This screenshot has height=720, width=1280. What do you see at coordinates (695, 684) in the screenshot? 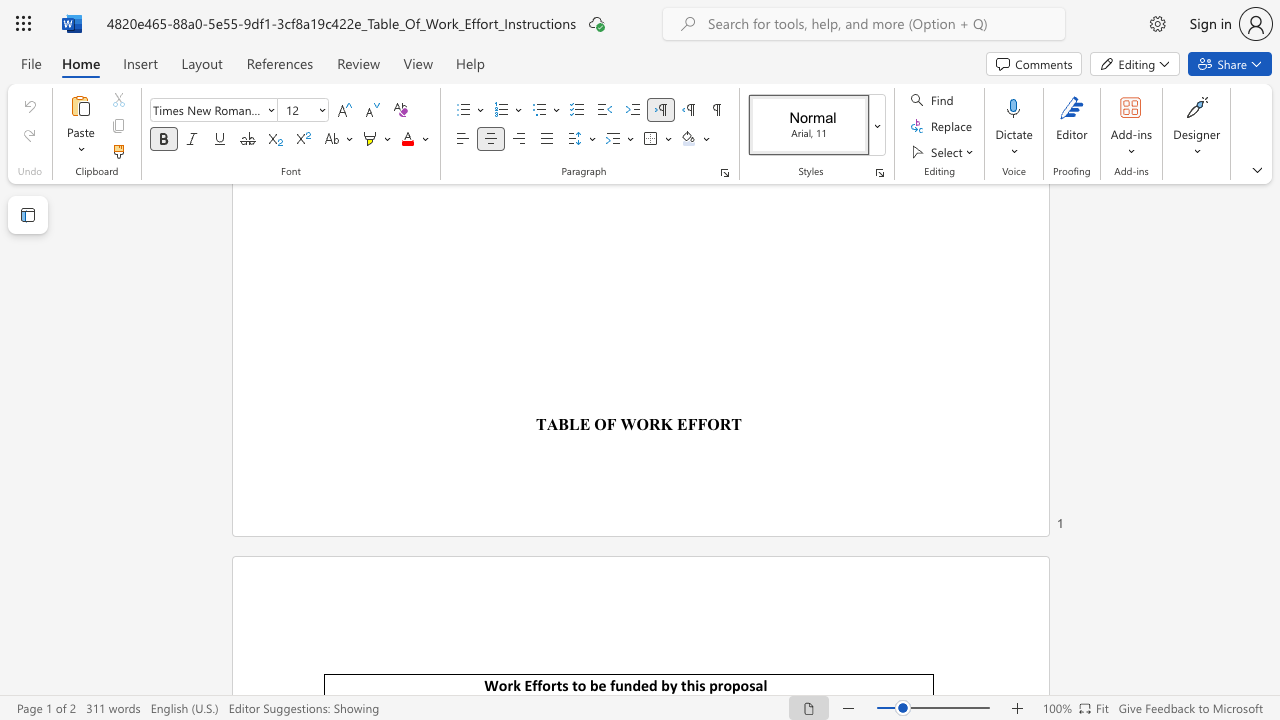
I see `the subset text "is pr" within the text "Work Efforts to be funded by this proposal"` at bounding box center [695, 684].